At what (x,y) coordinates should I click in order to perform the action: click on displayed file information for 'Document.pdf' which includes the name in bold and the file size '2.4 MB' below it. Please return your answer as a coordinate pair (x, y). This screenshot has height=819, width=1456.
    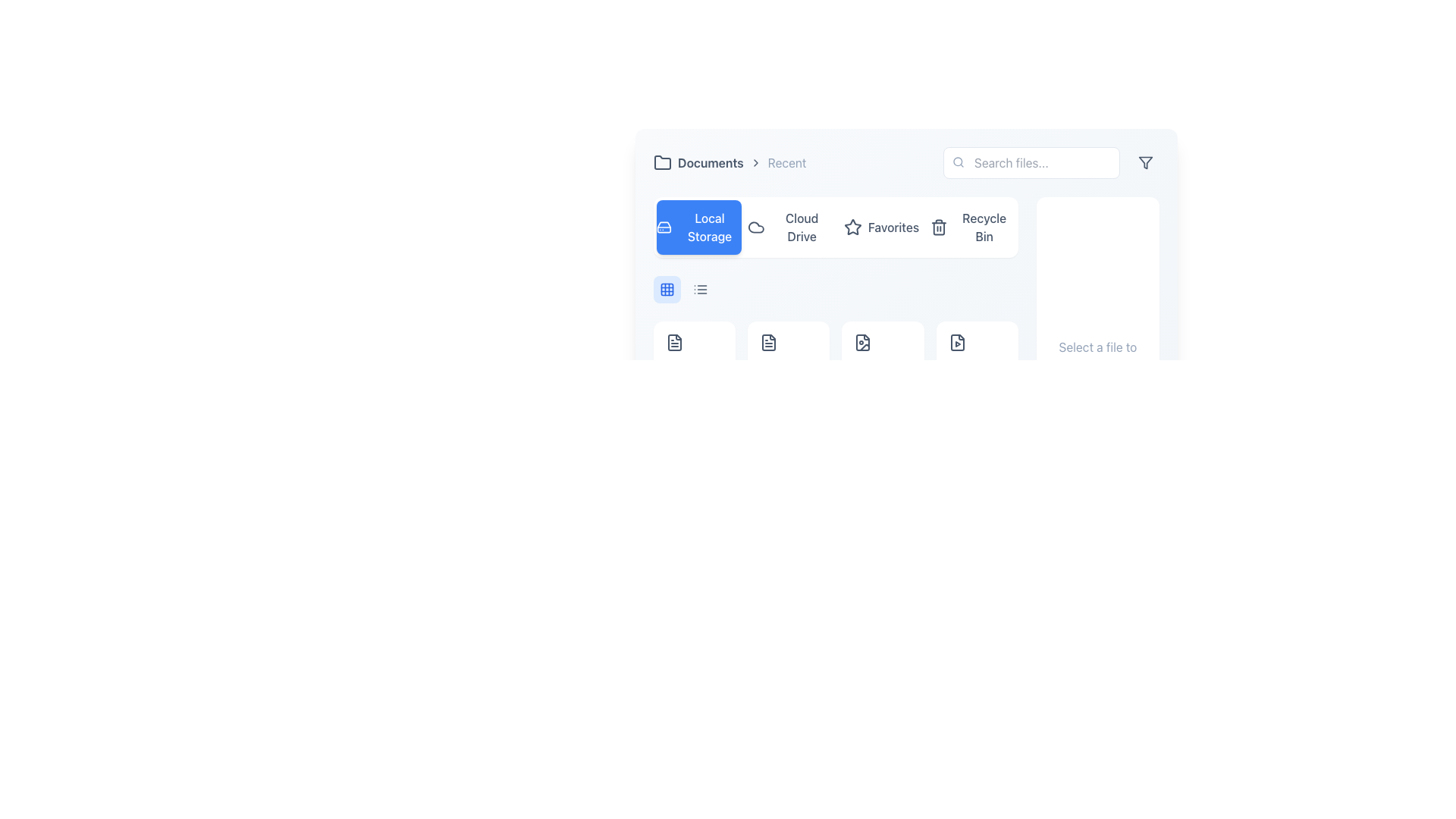
    Looking at the image, I should click on (694, 381).